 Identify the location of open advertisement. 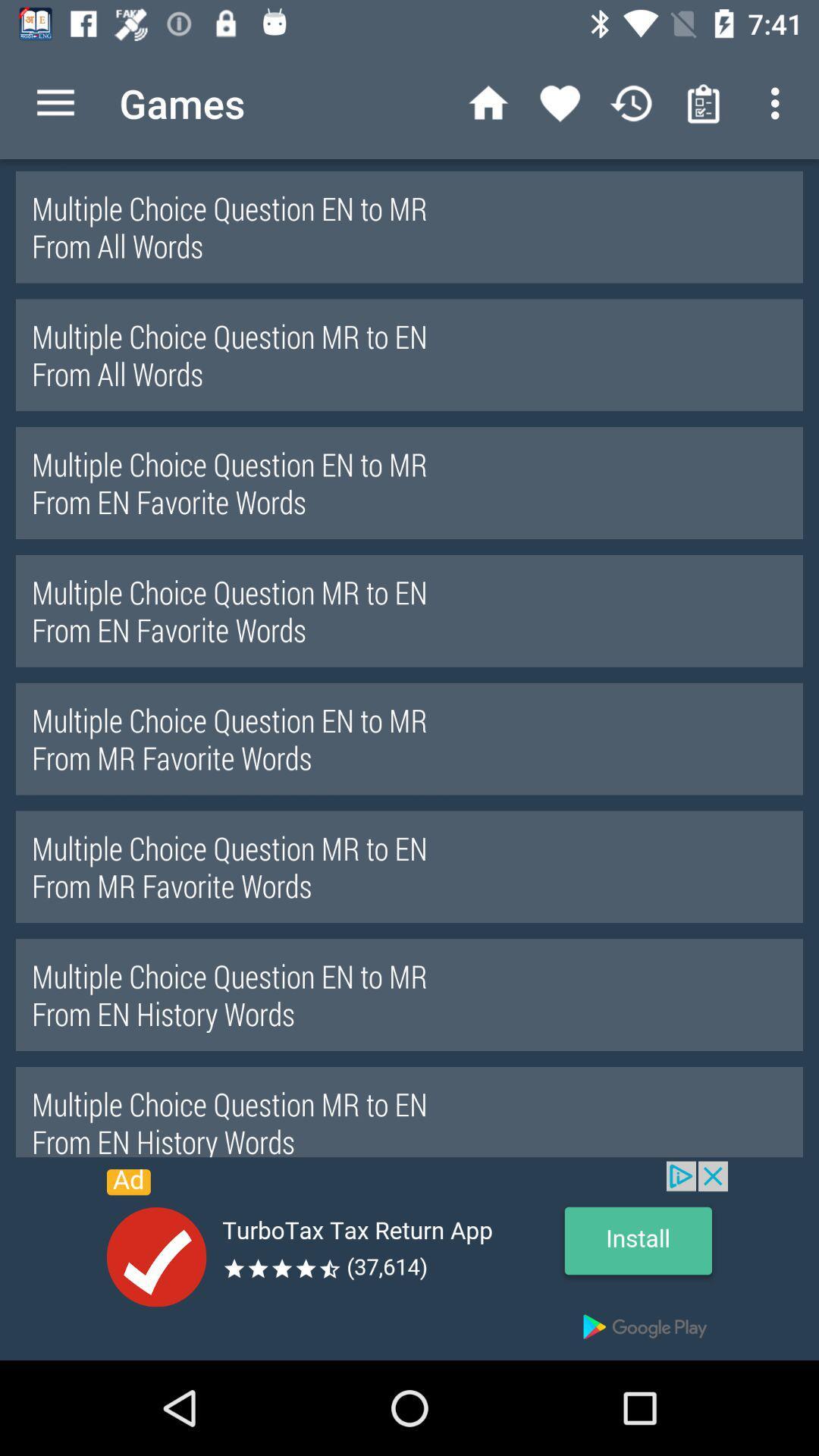
(409, 1260).